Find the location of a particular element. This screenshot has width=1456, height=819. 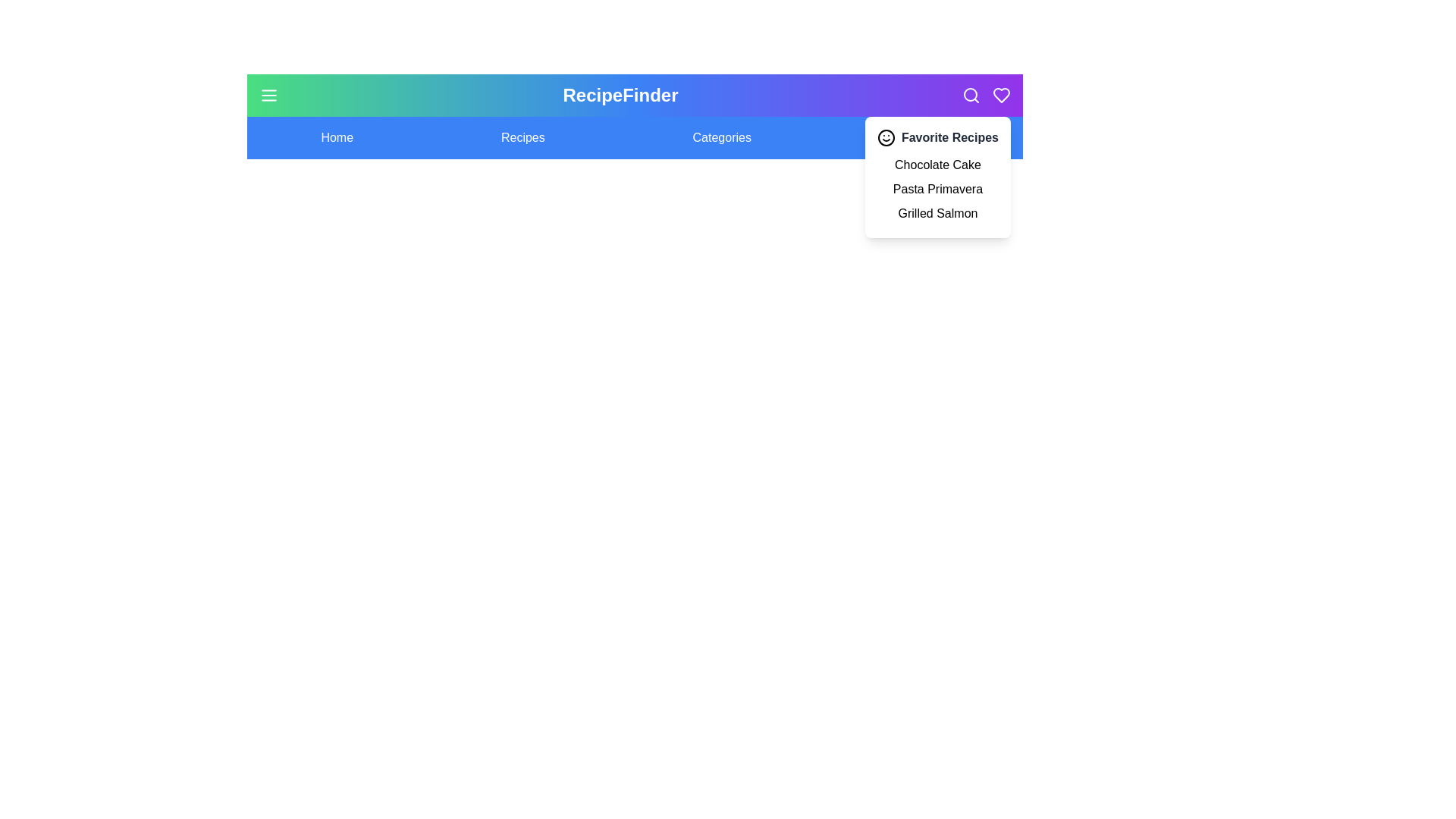

the search icon to initiate a search action is located at coordinates (971, 96).